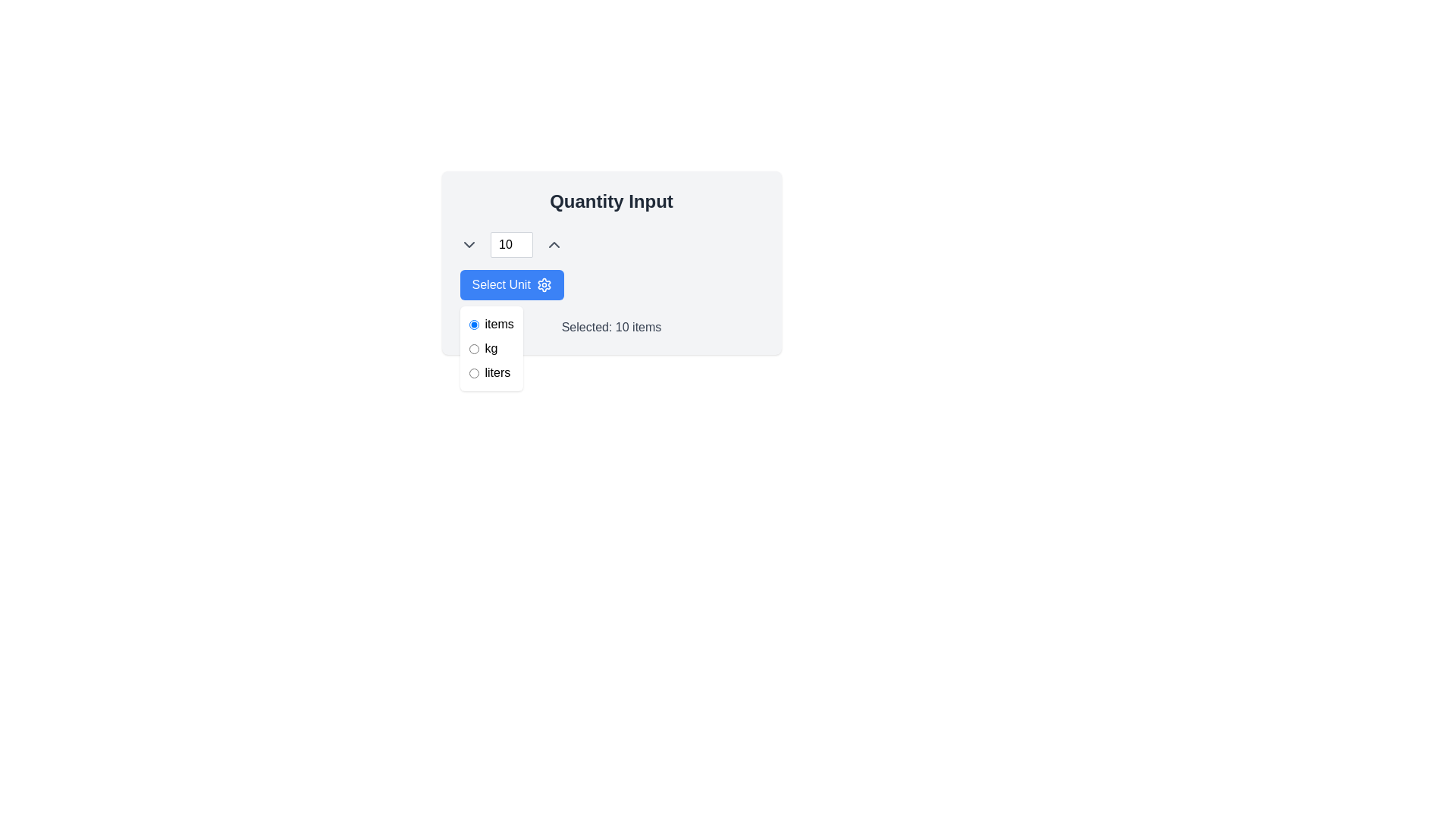  I want to click on the first radio button labeled 'items' in the dropdown menu, so click(491, 324).